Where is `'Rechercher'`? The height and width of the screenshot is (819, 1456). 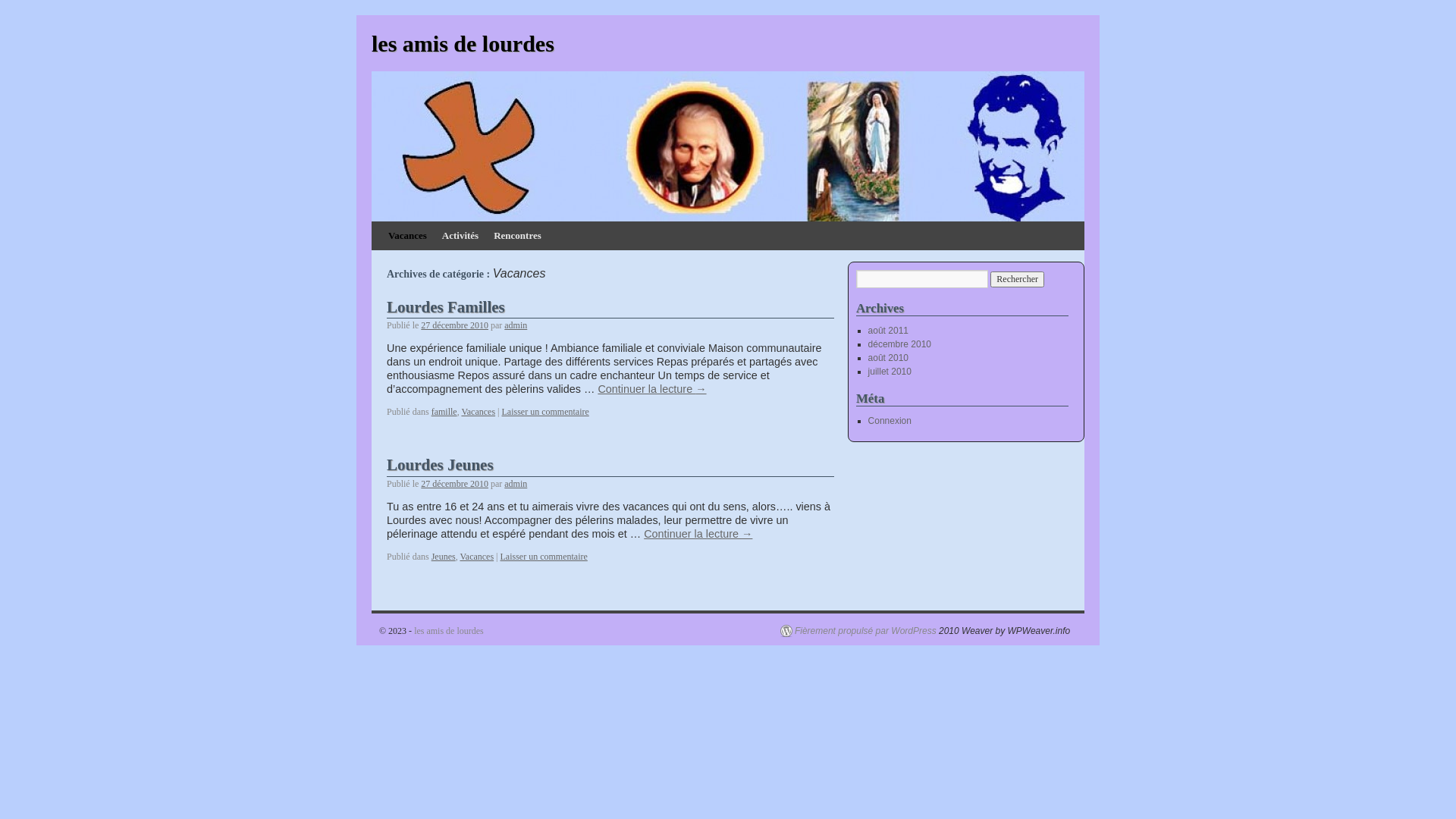 'Rechercher' is located at coordinates (1017, 279).